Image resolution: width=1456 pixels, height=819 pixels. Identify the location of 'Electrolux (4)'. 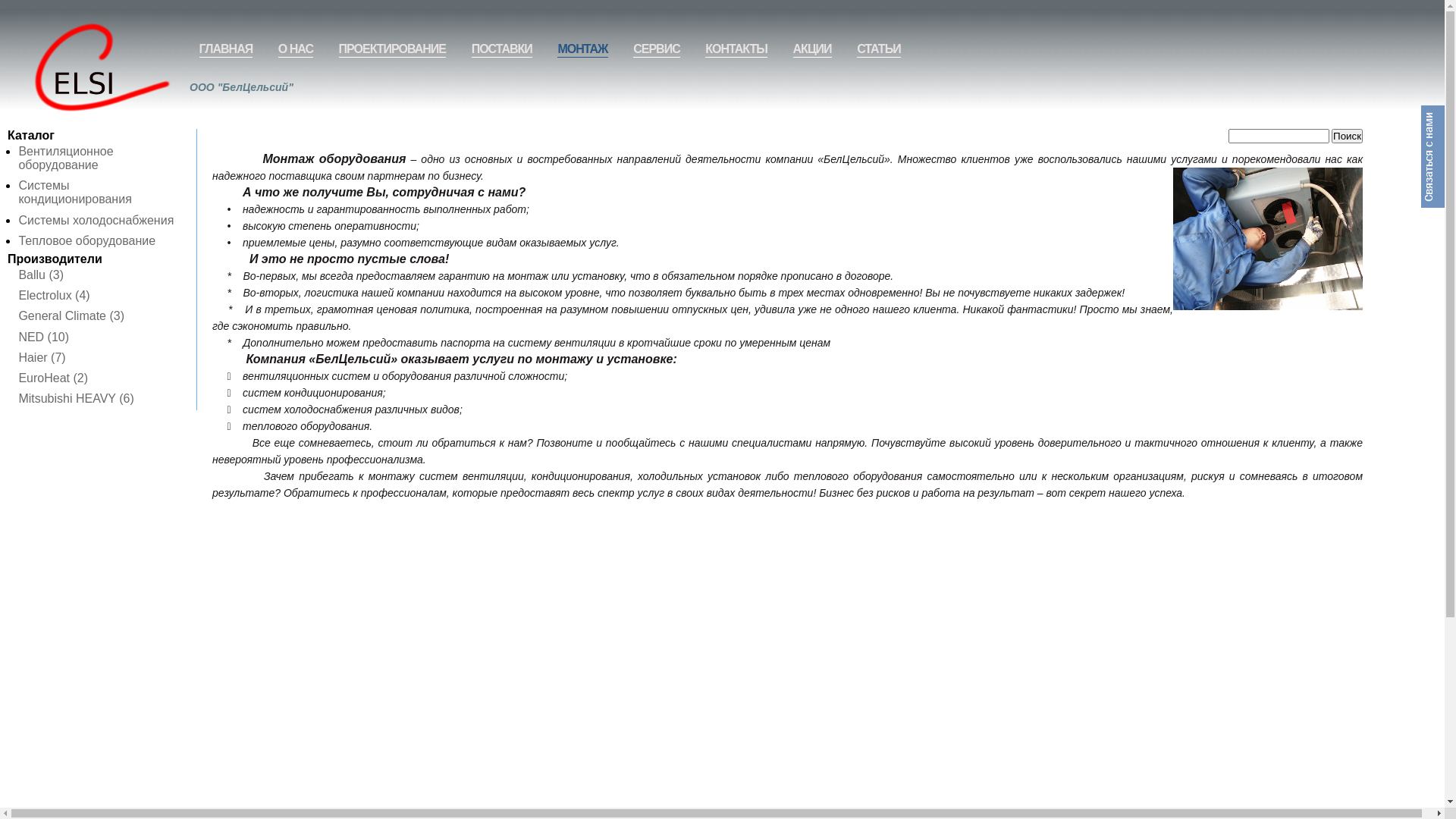
(54, 295).